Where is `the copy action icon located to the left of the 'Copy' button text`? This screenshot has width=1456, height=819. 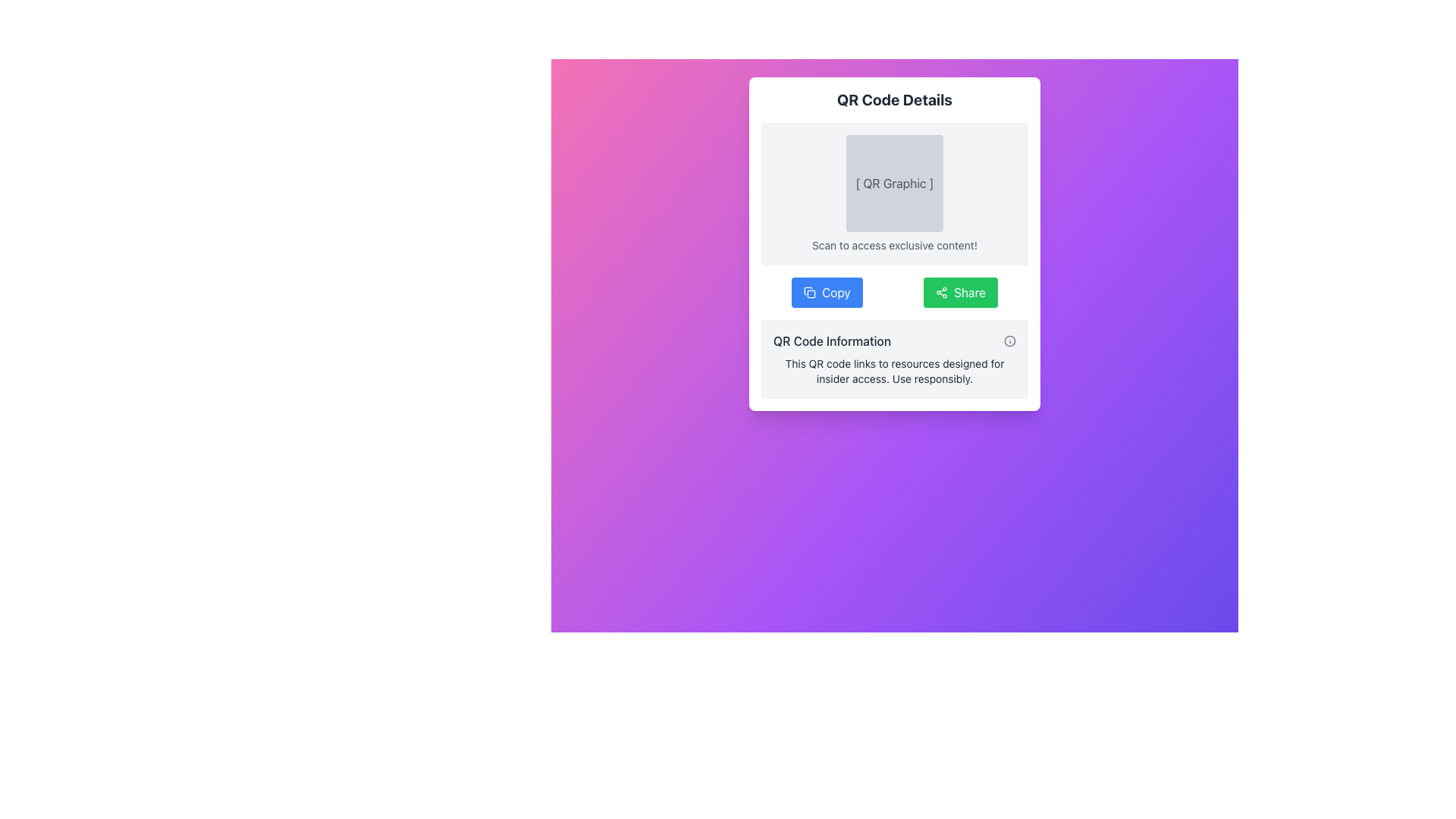
the copy action icon located to the left of the 'Copy' button text is located at coordinates (809, 292).